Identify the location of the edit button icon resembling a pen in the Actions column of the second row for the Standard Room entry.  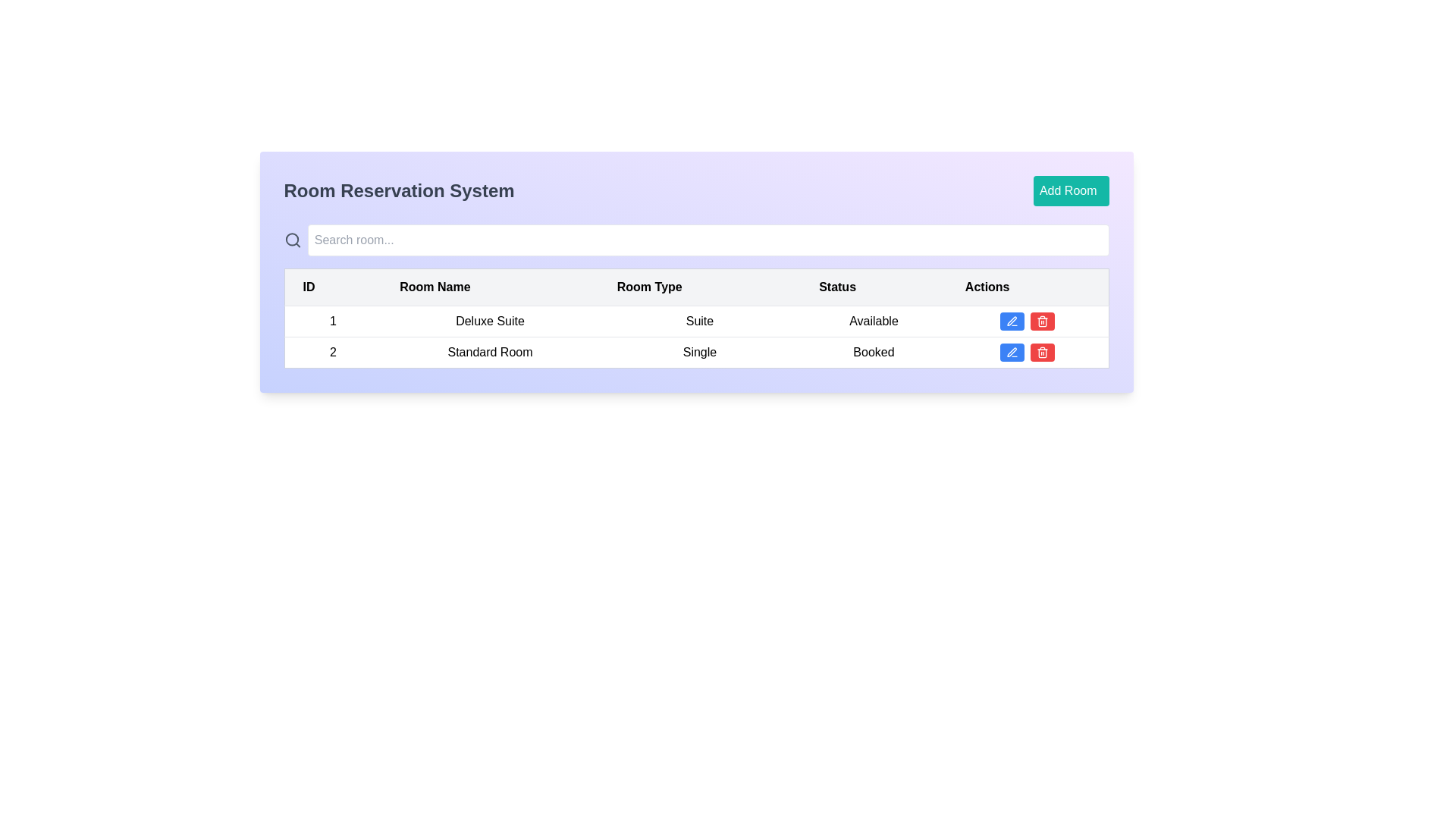
(1012, 352).